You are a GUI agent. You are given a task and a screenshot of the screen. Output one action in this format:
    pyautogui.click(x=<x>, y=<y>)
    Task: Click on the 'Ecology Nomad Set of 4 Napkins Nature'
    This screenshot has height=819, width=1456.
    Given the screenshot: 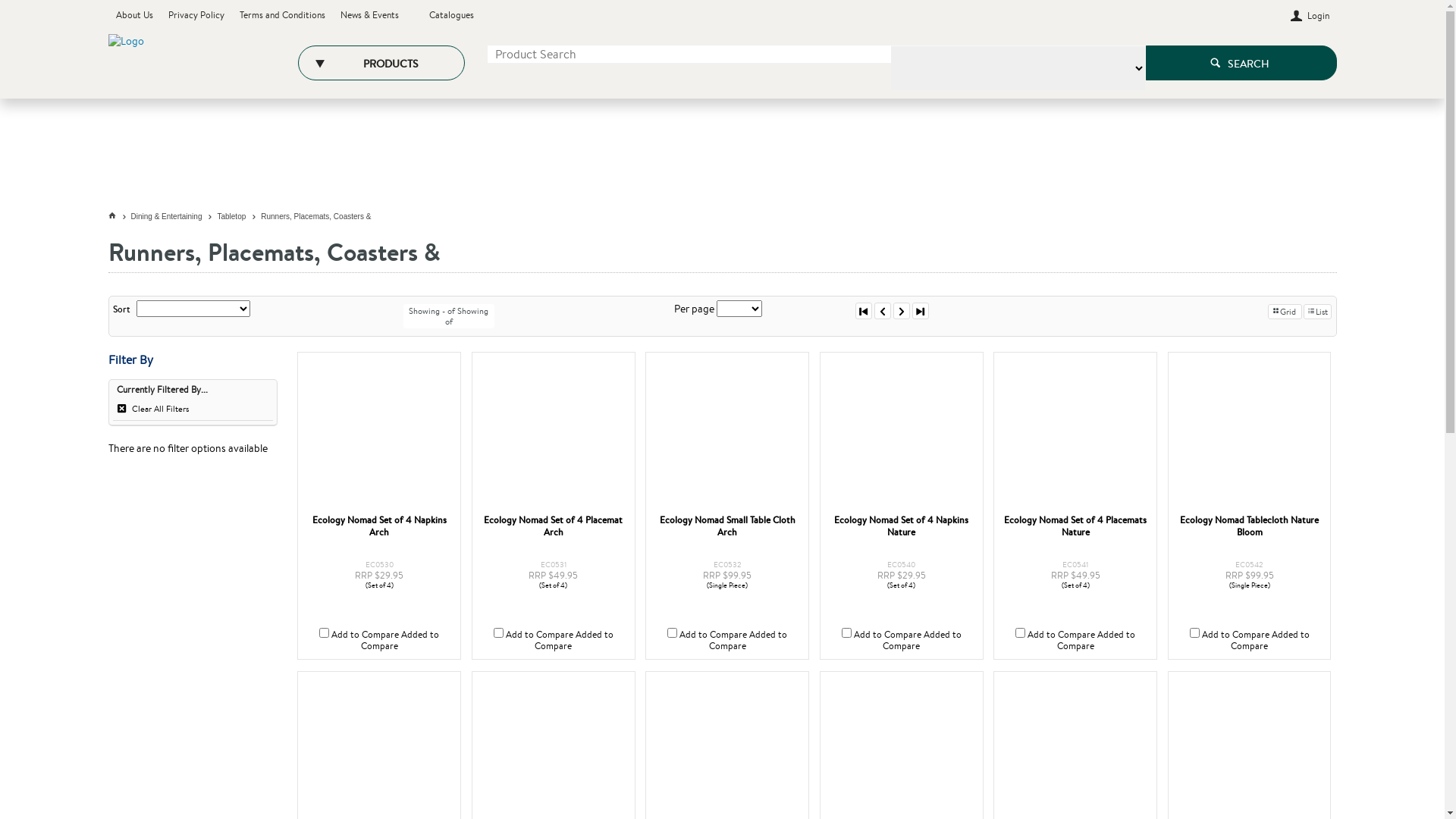 What is the action you would take?
    pyautogui.click(x=901, y=526)
    